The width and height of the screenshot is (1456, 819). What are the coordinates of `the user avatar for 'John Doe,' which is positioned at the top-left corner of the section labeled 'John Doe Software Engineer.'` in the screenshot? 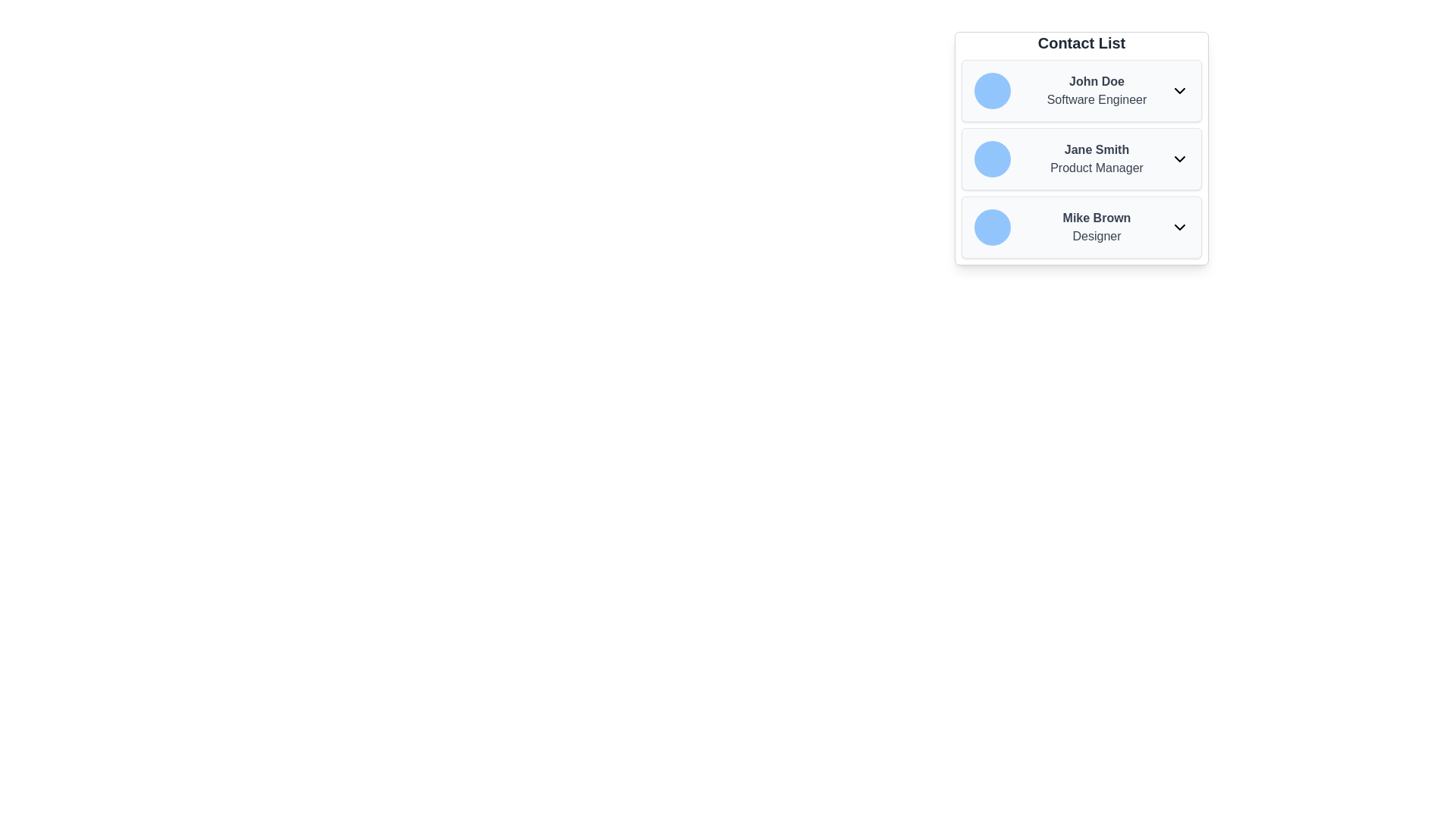 It's located at (993, 90).